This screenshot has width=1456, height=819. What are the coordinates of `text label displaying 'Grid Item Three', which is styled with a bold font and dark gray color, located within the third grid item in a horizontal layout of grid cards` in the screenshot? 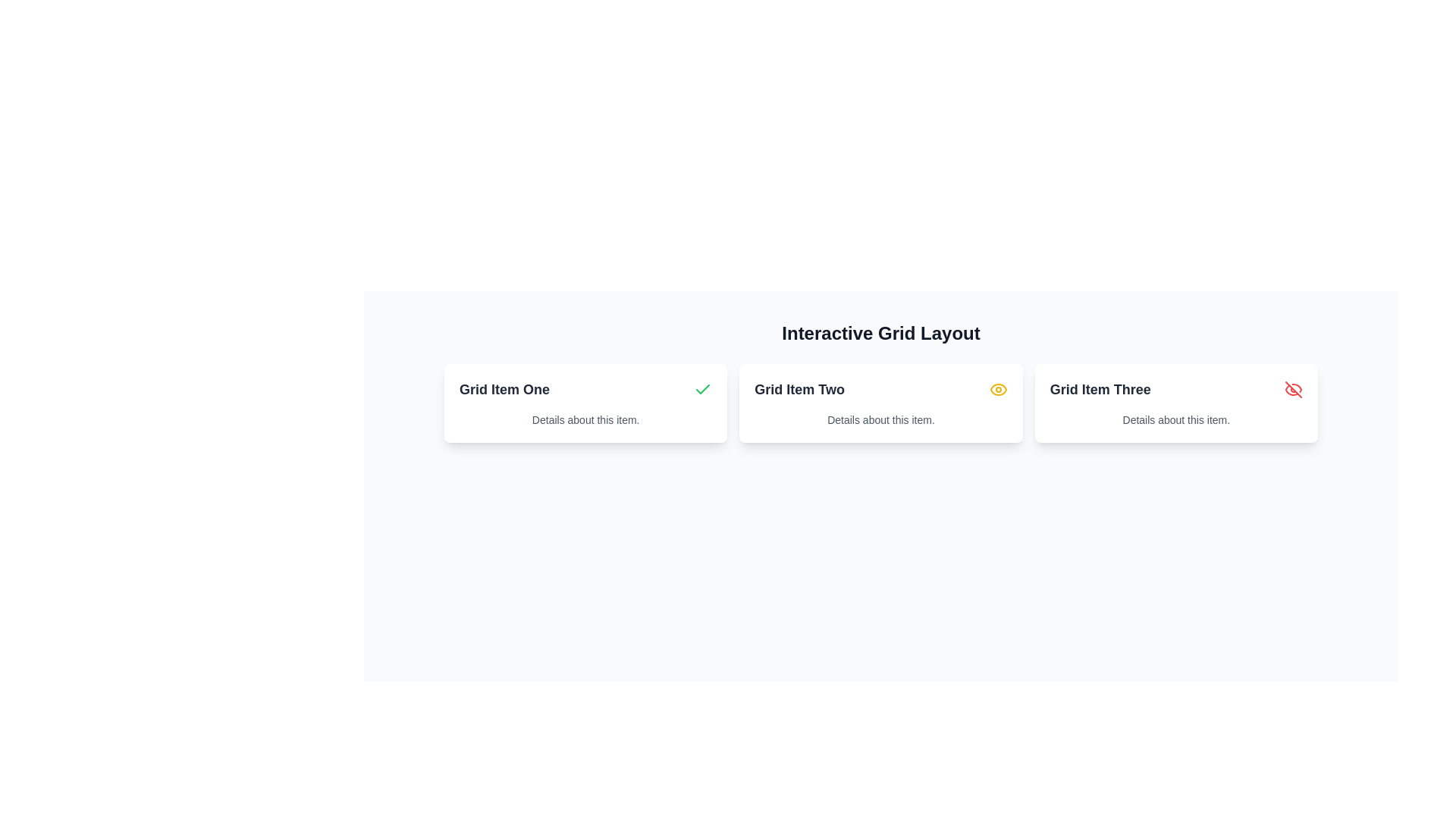 It's located at (1100, 388).